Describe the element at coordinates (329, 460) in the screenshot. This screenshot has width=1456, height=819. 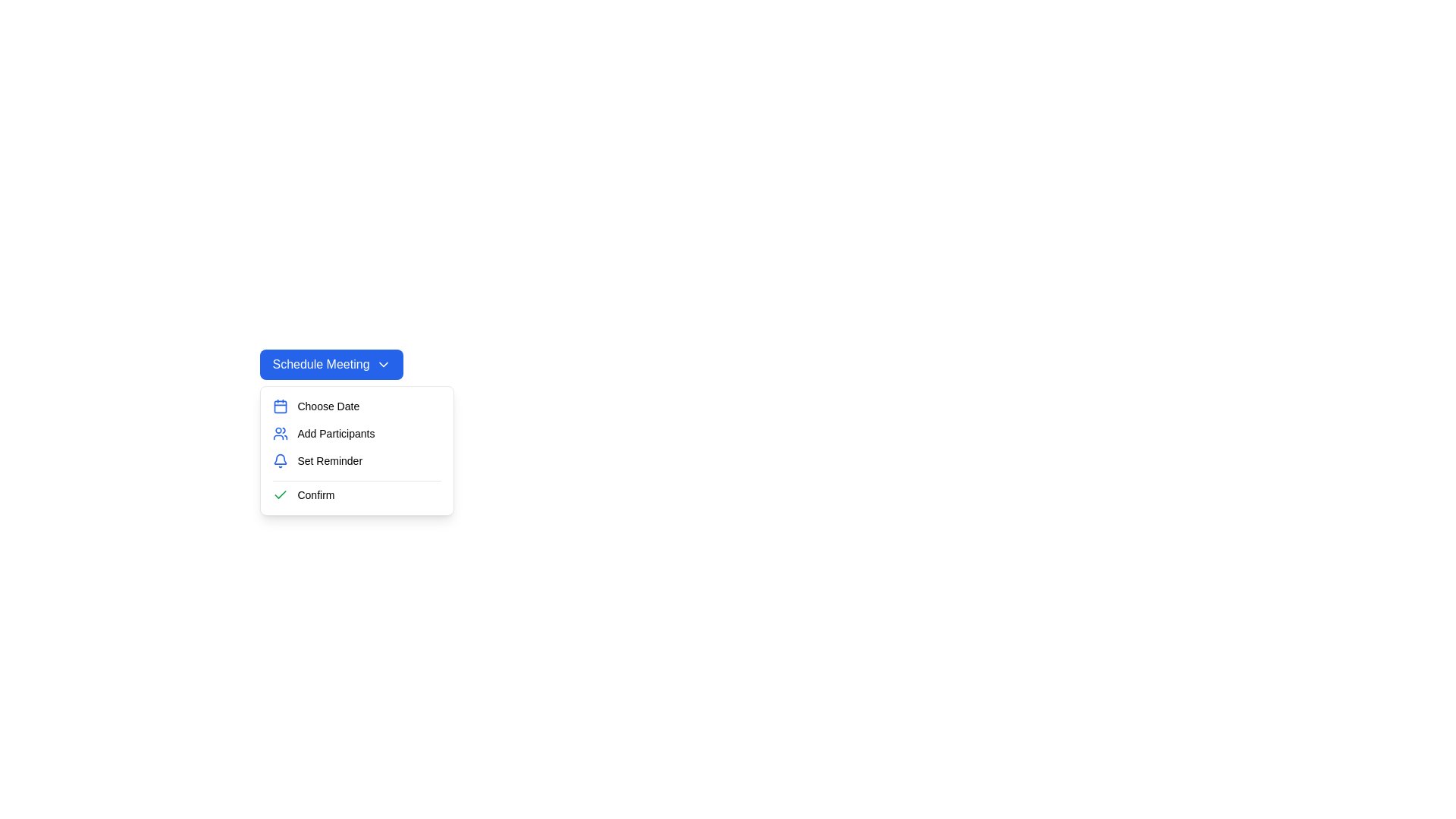
I see `the 'Set Reminder' label area located in the dropdown menu 'Schedule Meeting'` at that location.